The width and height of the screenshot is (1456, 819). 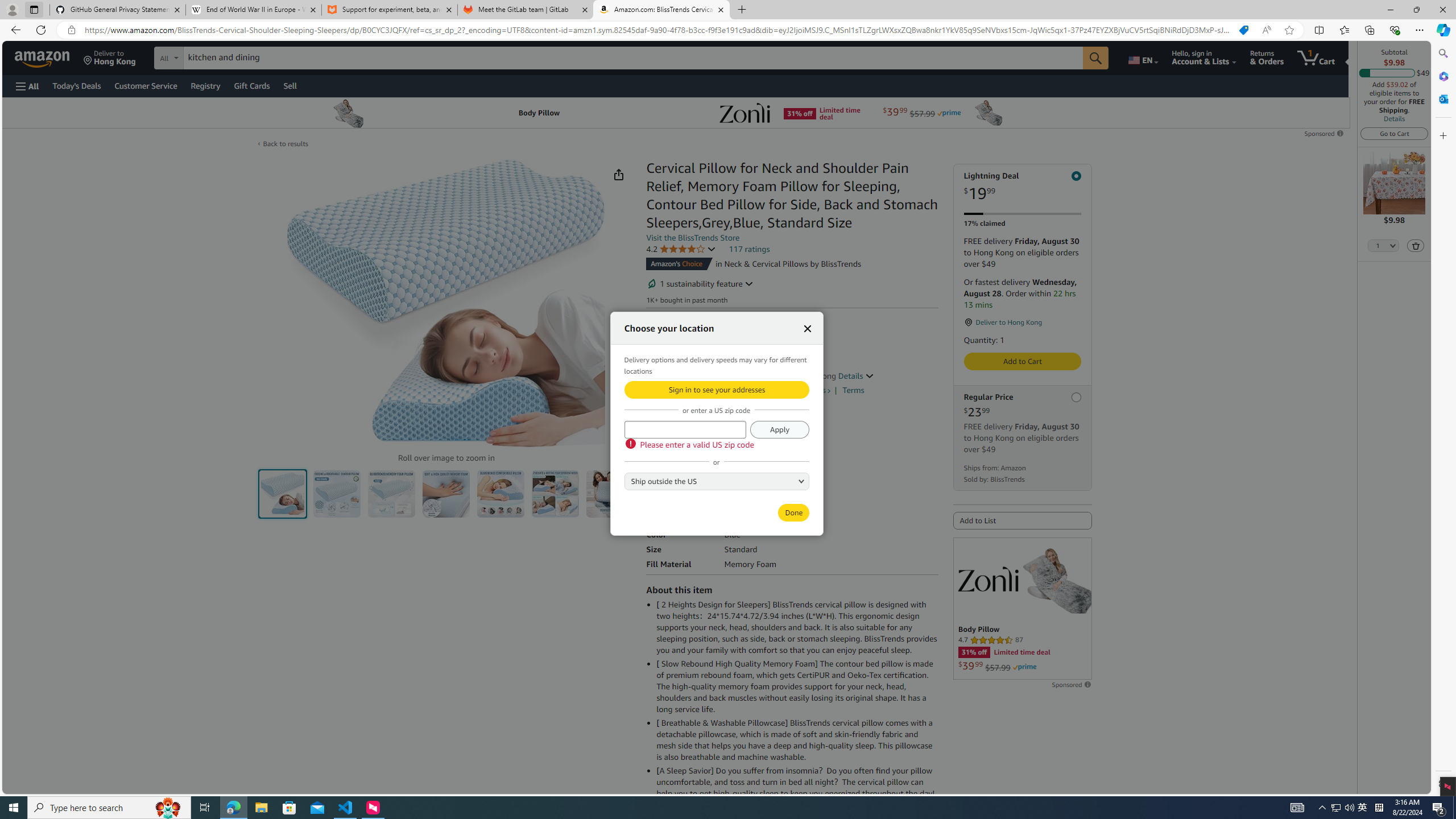 What do you see at coordinates (253, 9) in the screenshot?
I see `'End of World War II in Europe - Wikipedia'` at bounding box center [253, 9].